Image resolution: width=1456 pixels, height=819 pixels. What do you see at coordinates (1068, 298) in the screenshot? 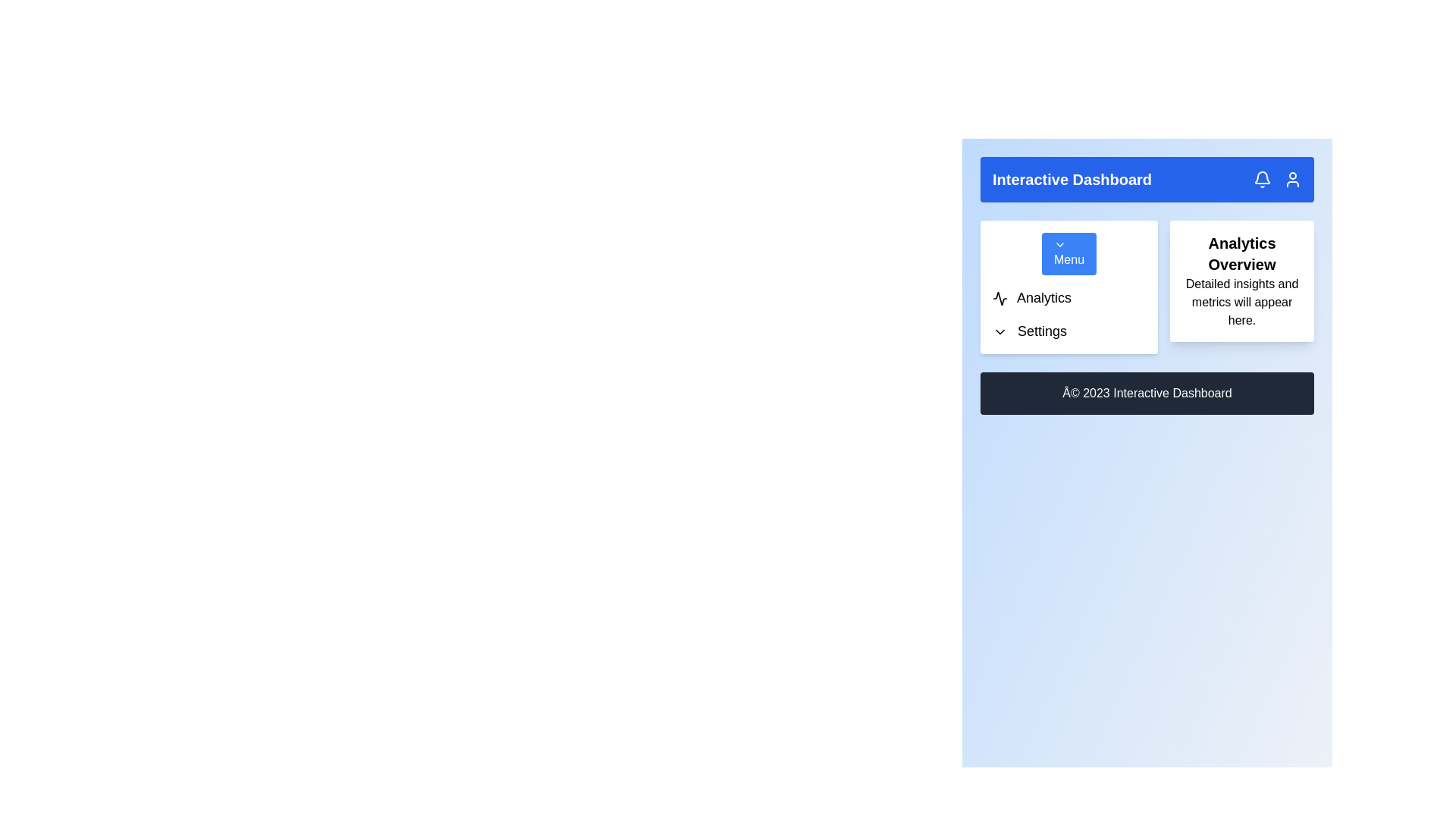
I see `the 'Analytics' button, which is styled with bold text and an icon resembling a waveform, located in the left section of the interface above 'Settings' and below the 'Menu' dropdown, to potentially reveal a tooltip or visual feedback` at bounding box center [1068, 298].